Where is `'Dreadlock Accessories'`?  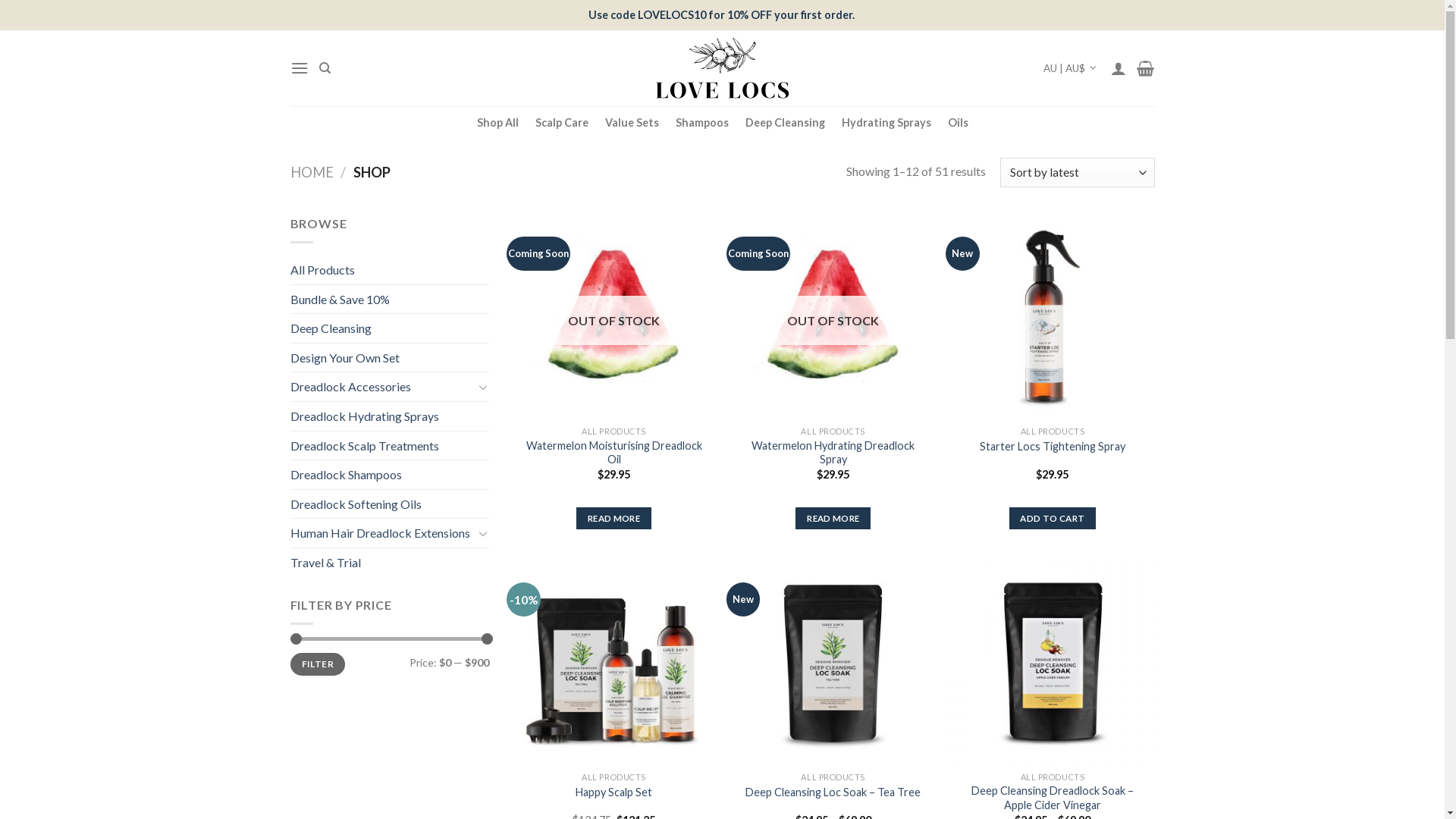
'Dreadlock Accessories' is located at coordinates (381, 385).